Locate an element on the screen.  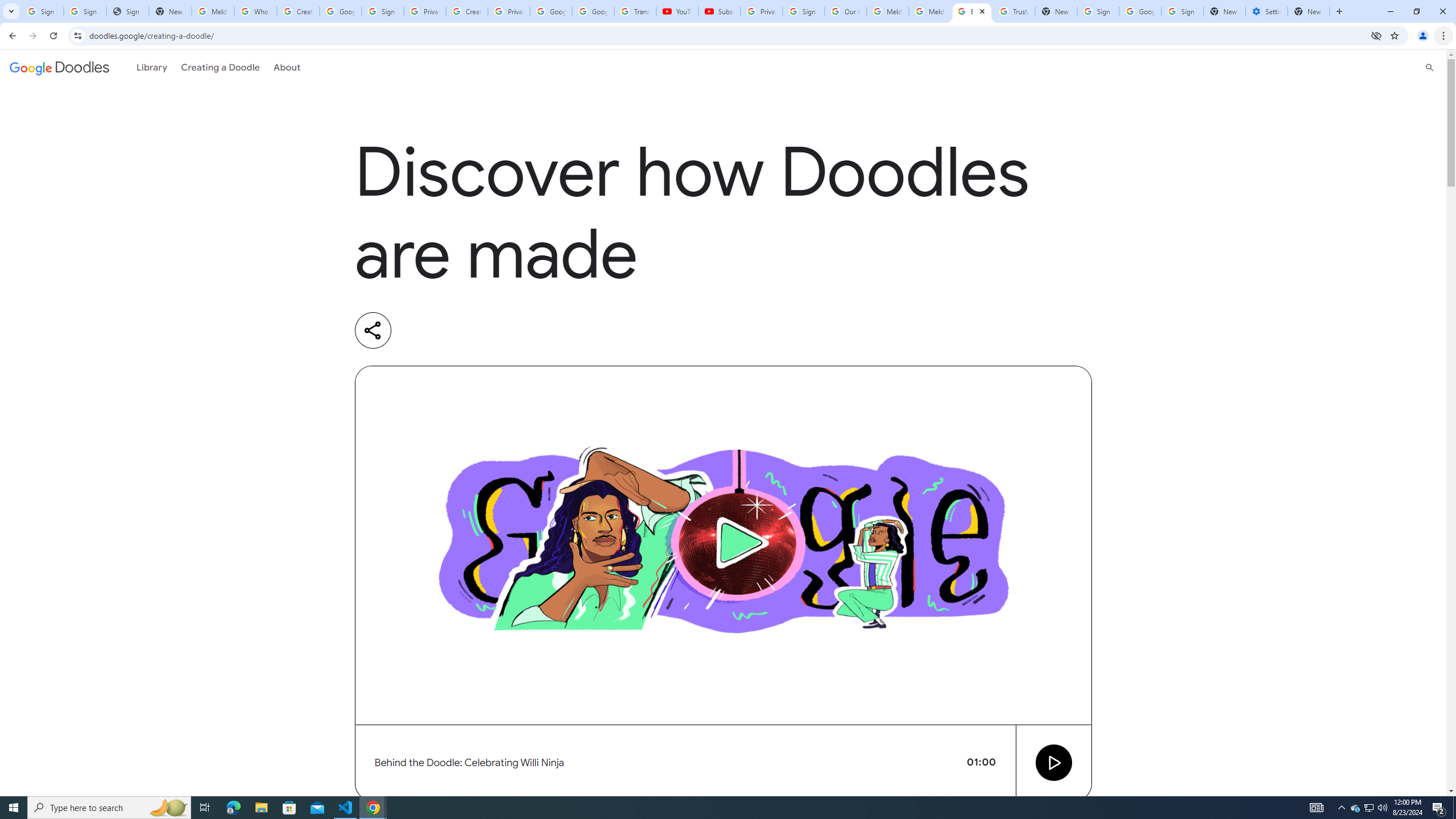
'Video preview image' is located at coordinates (723, 545).